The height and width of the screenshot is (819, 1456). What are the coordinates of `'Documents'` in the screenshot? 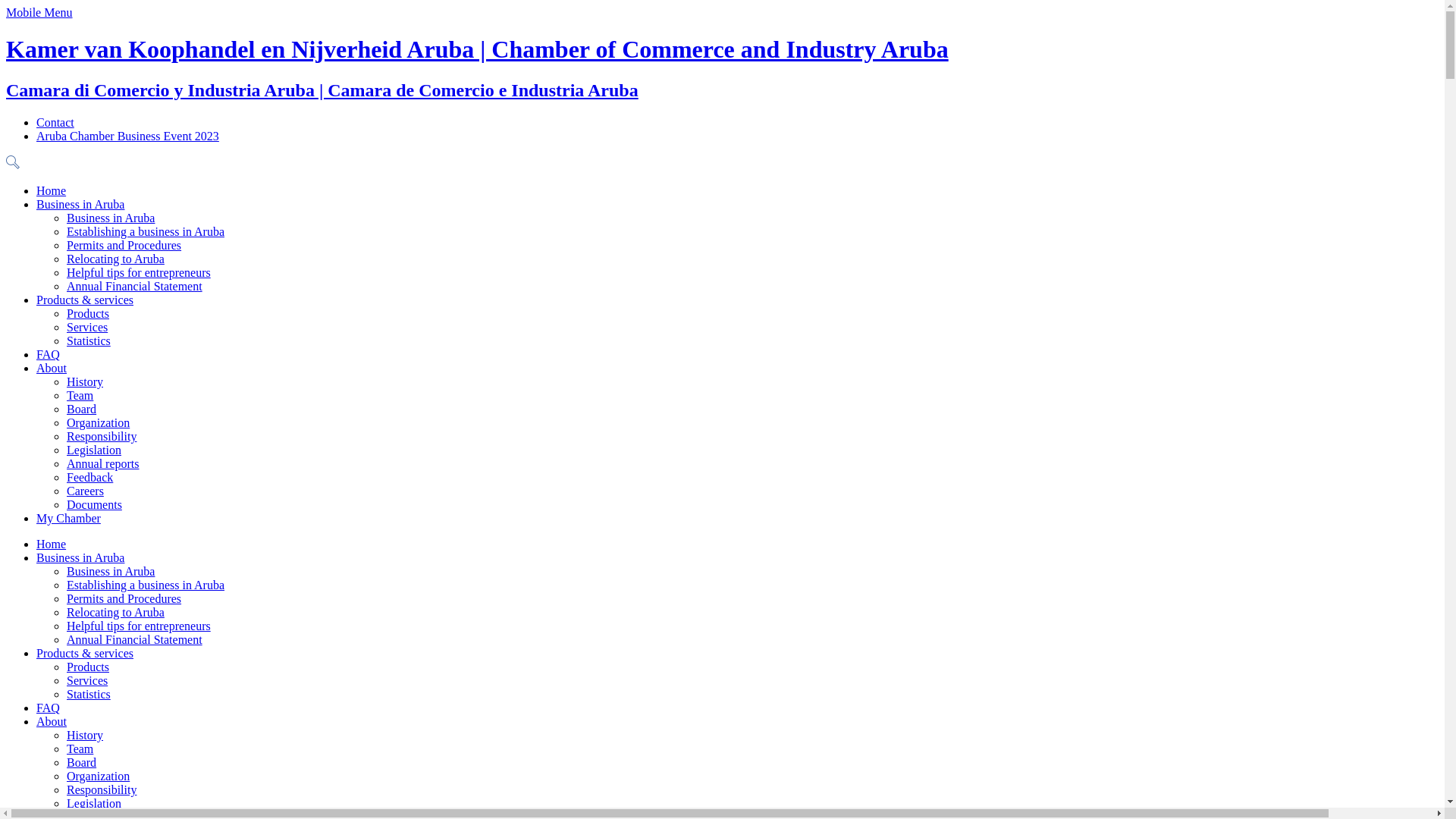 It's located at (93, 504).